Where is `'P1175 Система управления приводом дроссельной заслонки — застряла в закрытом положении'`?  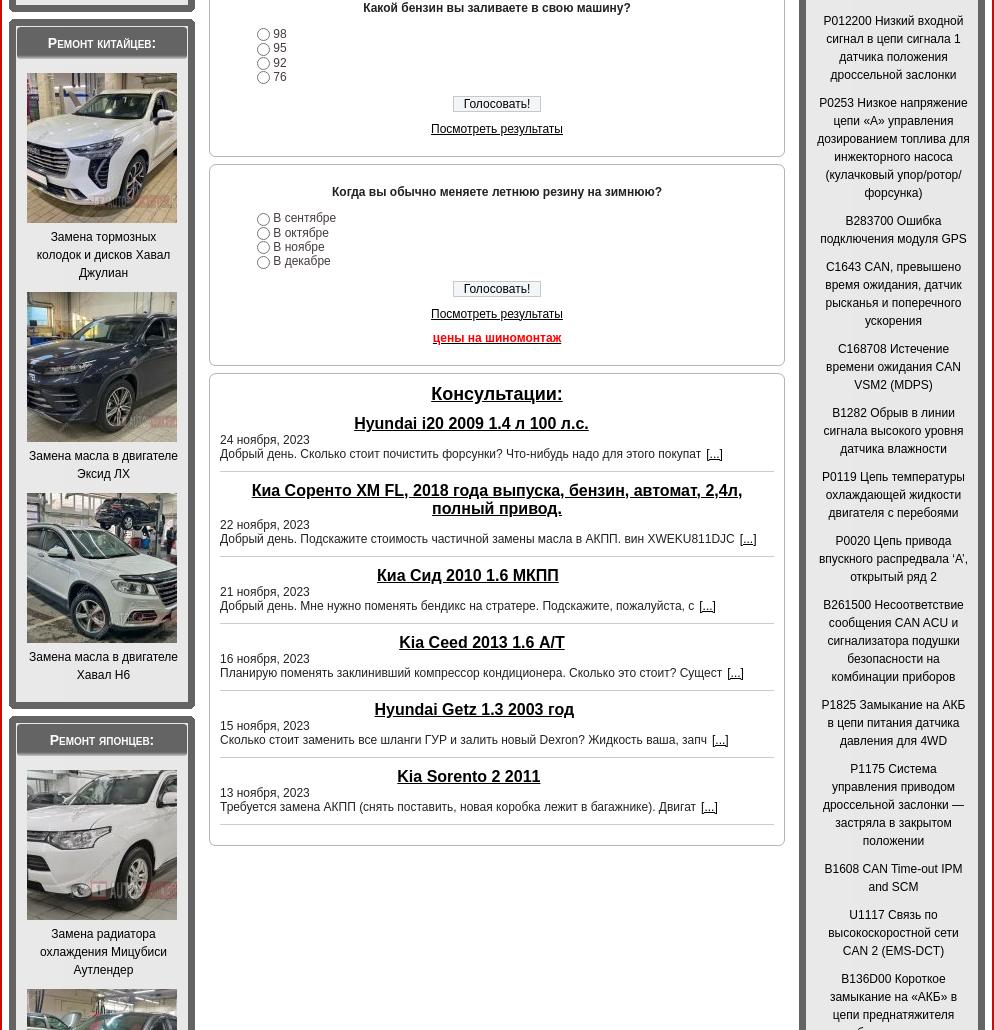
'P1175 Система управления приводом дроссельной заслонки — застряла в закрытом положении' is located at coordinates (821, 804).